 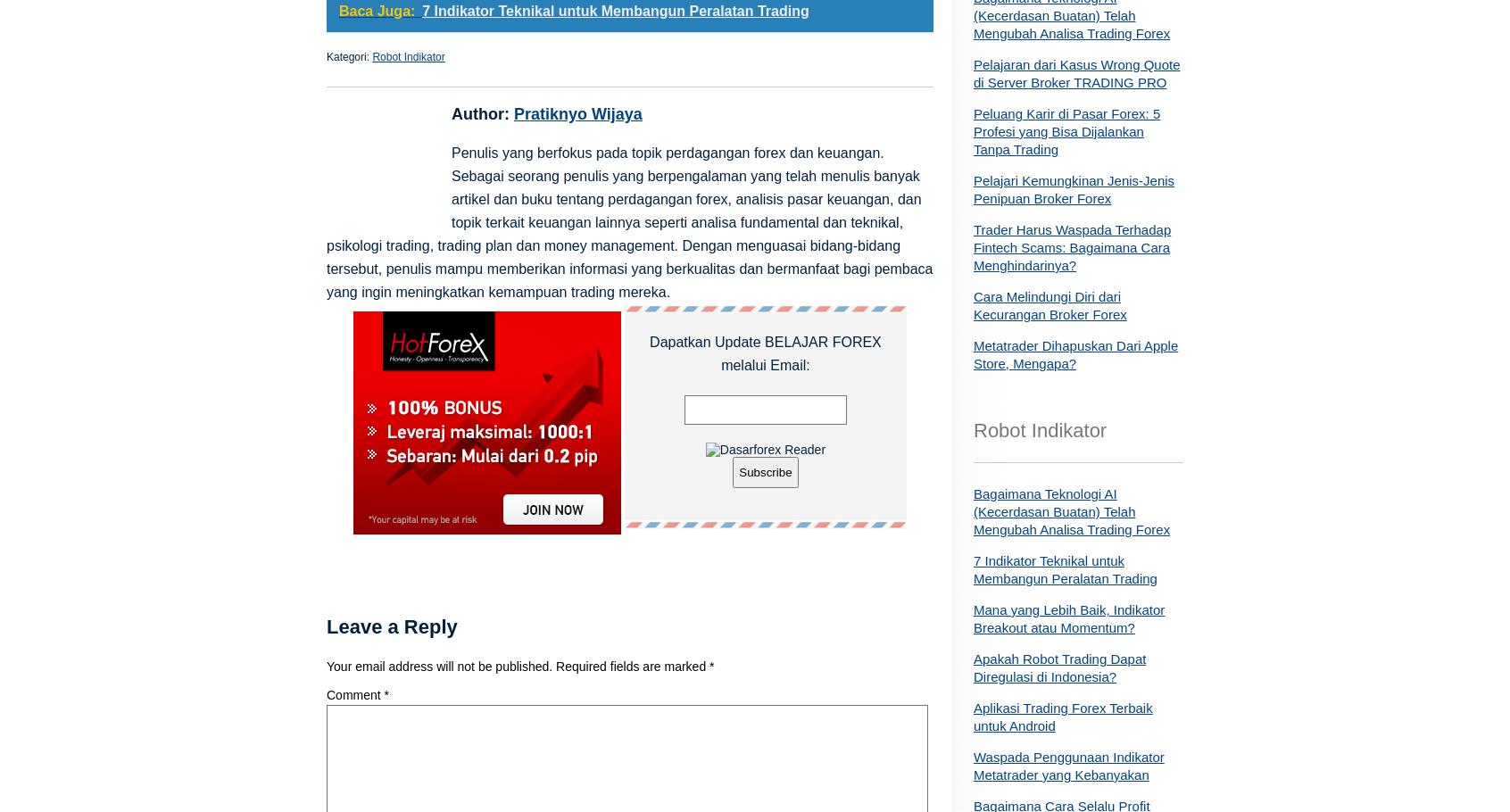 What do you see at coordinates (349, 55) in the screenshot?
I see `'Kategori:'` at bounding box center [349, 55].